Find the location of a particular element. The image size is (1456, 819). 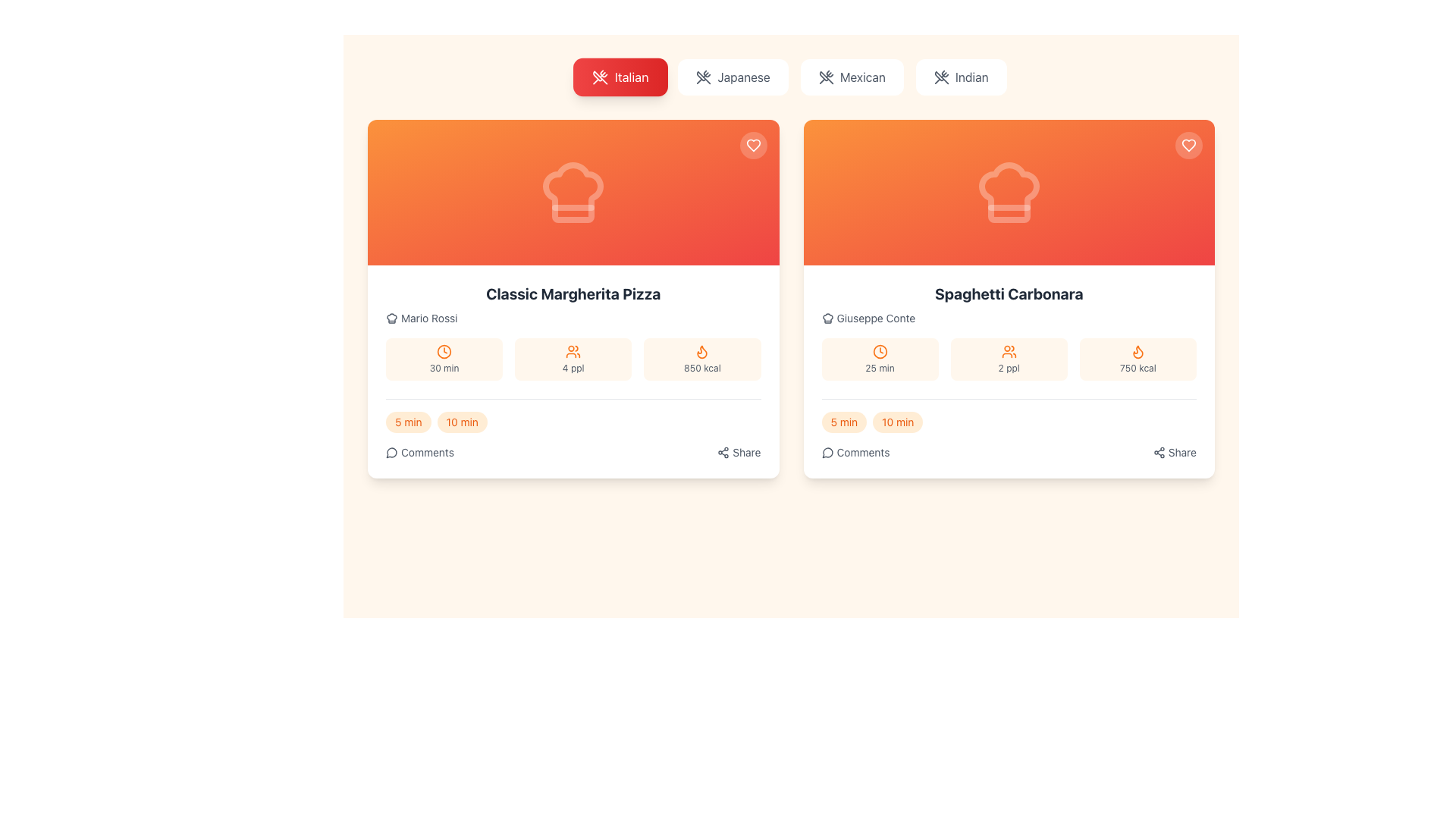

the button in the Navigation bar that allows selection of cuisines is located at coordinates (790, 77).